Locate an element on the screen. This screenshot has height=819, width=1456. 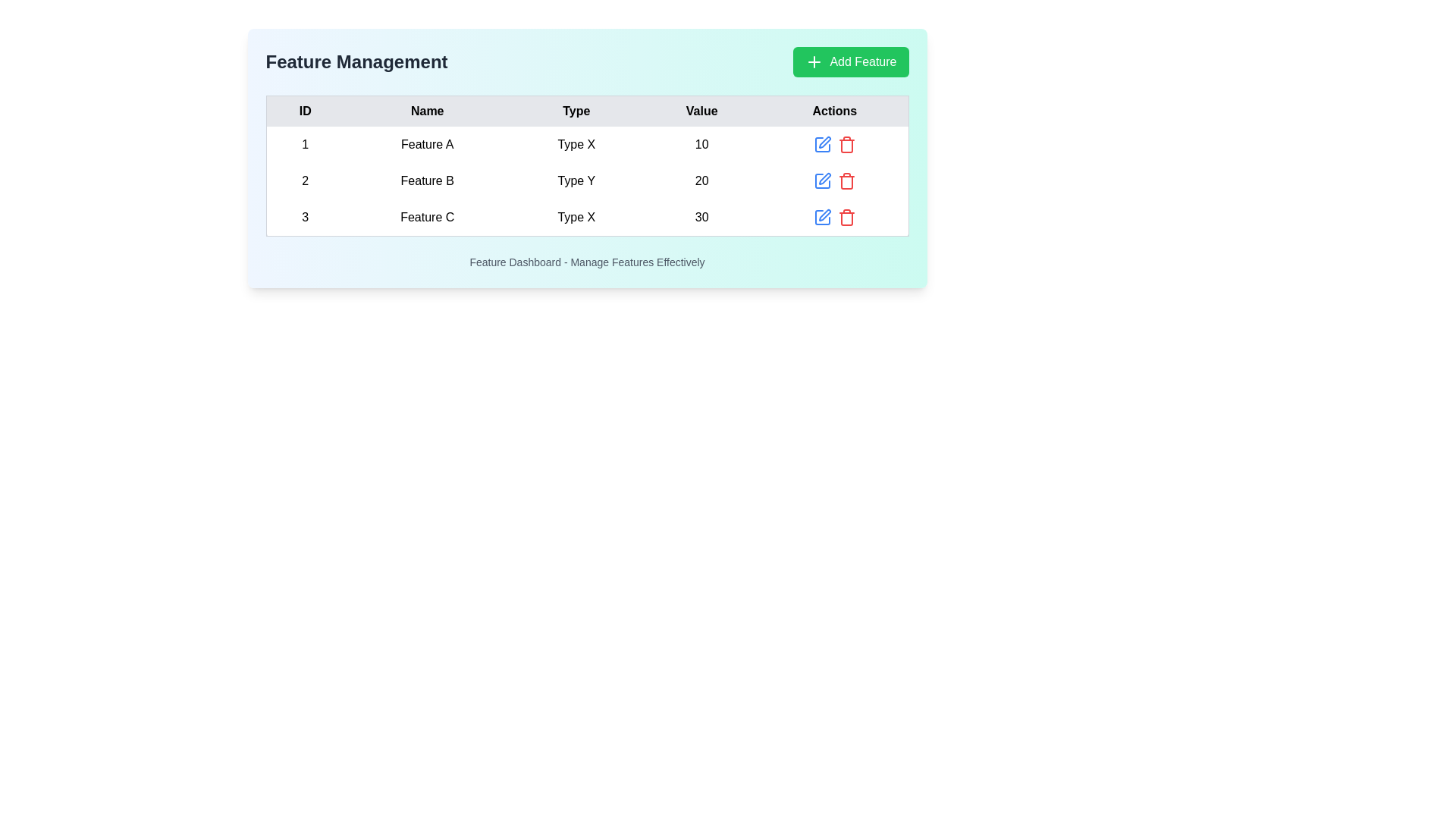
the static text label in the third column of the first row in the table, which displays the type category of the feature is located at coordinates (576, 145).